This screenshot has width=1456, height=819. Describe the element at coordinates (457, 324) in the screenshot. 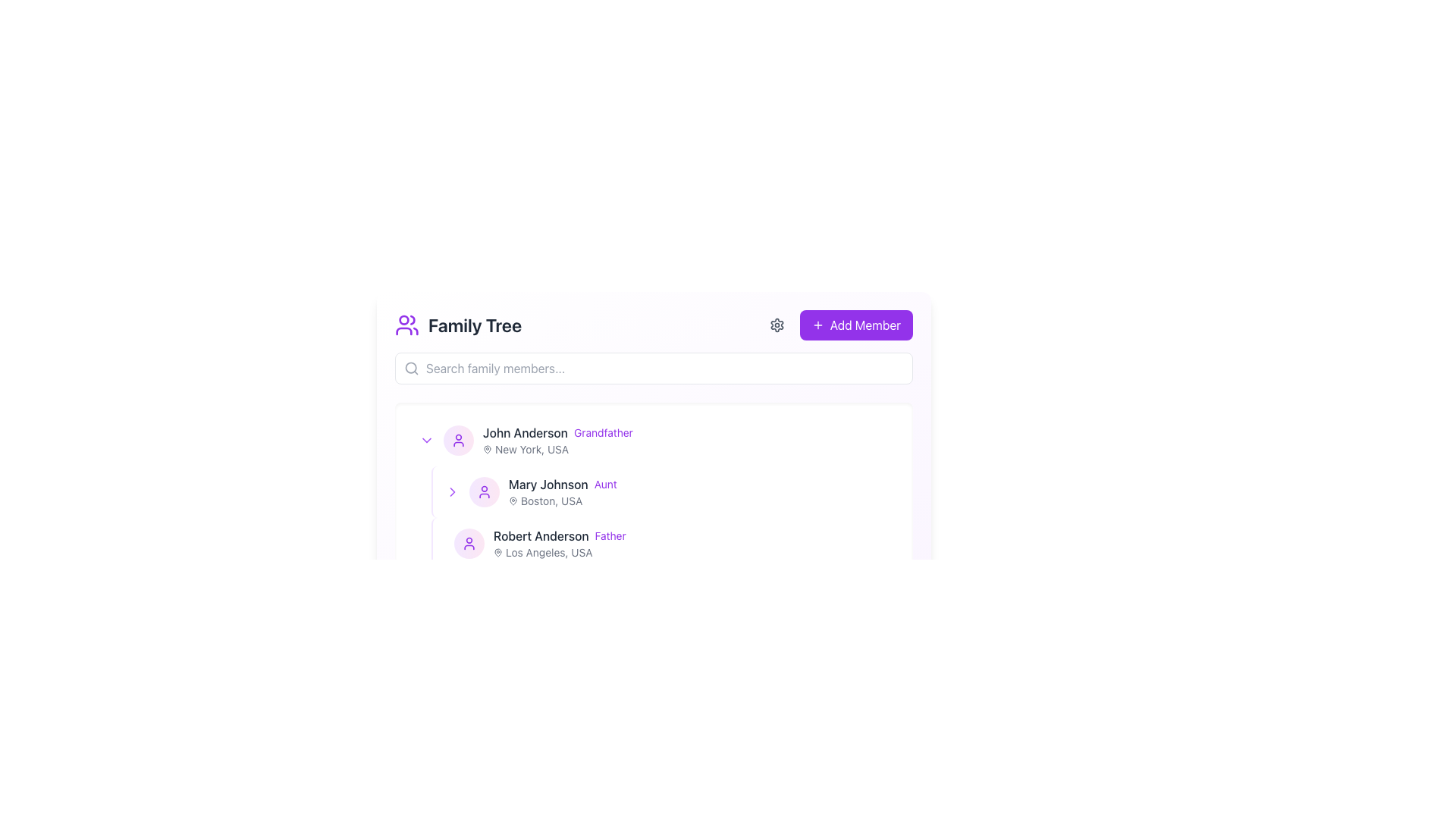

I see `header section titled 'Family Tree' which includes a purple icon of stylized user figures and bold dark gray text, located near the top left of the interface` at that location.